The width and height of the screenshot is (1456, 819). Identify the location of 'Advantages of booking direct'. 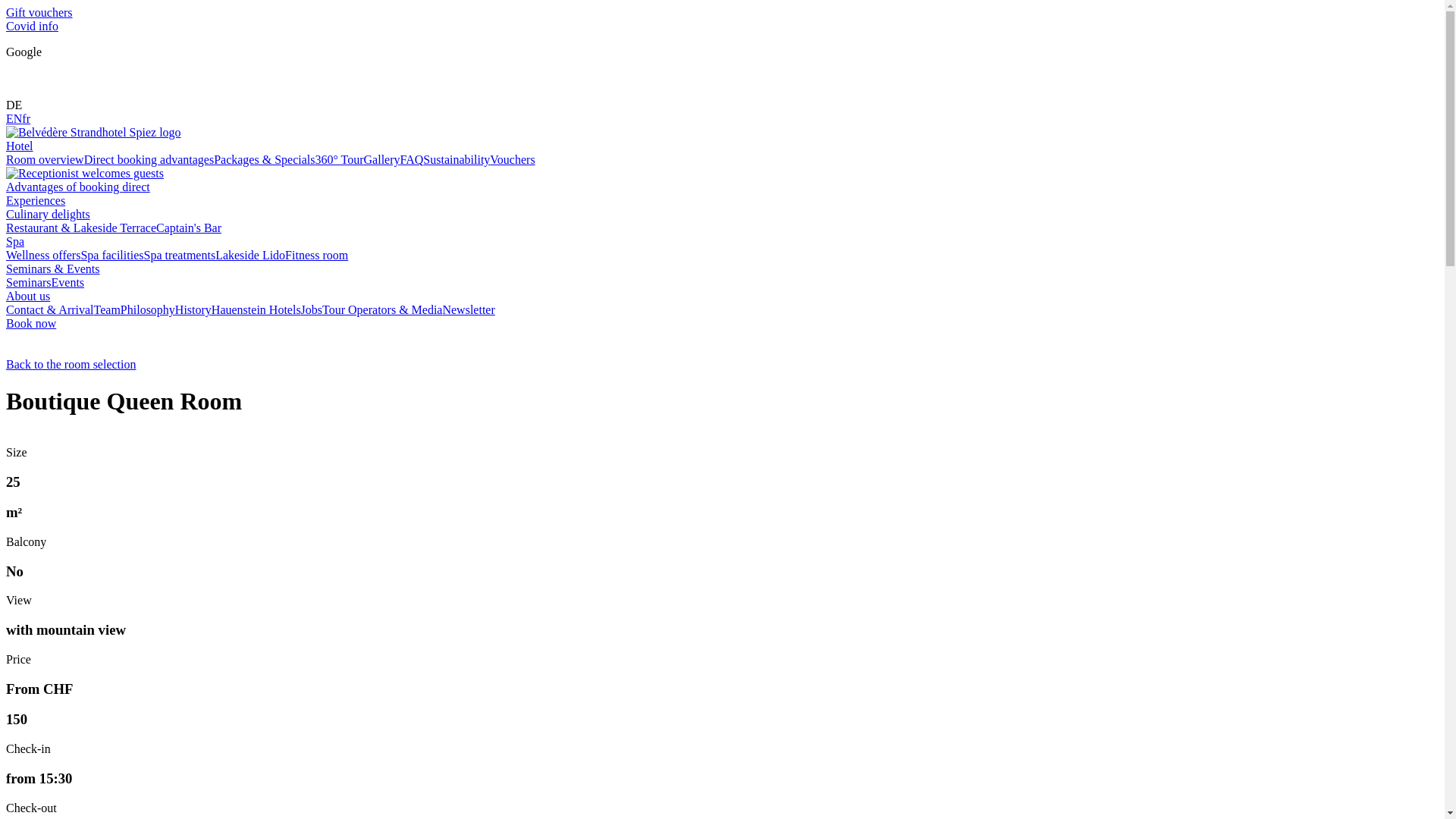
(721, 180).